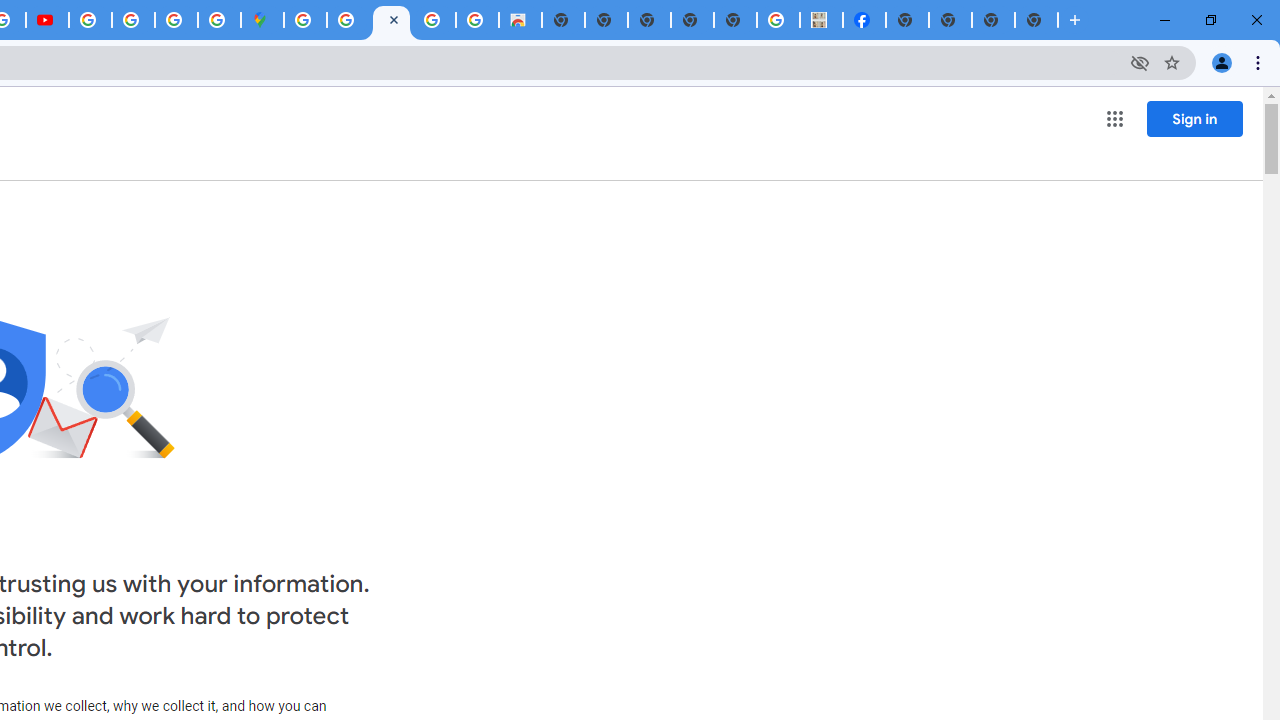 This screenshot has width=1280, height=720. What do you see at coordinates (520, 20) in the screenshot?
I see `'Chrome Web Store - Shopping'` at bounding box center [520, 20].